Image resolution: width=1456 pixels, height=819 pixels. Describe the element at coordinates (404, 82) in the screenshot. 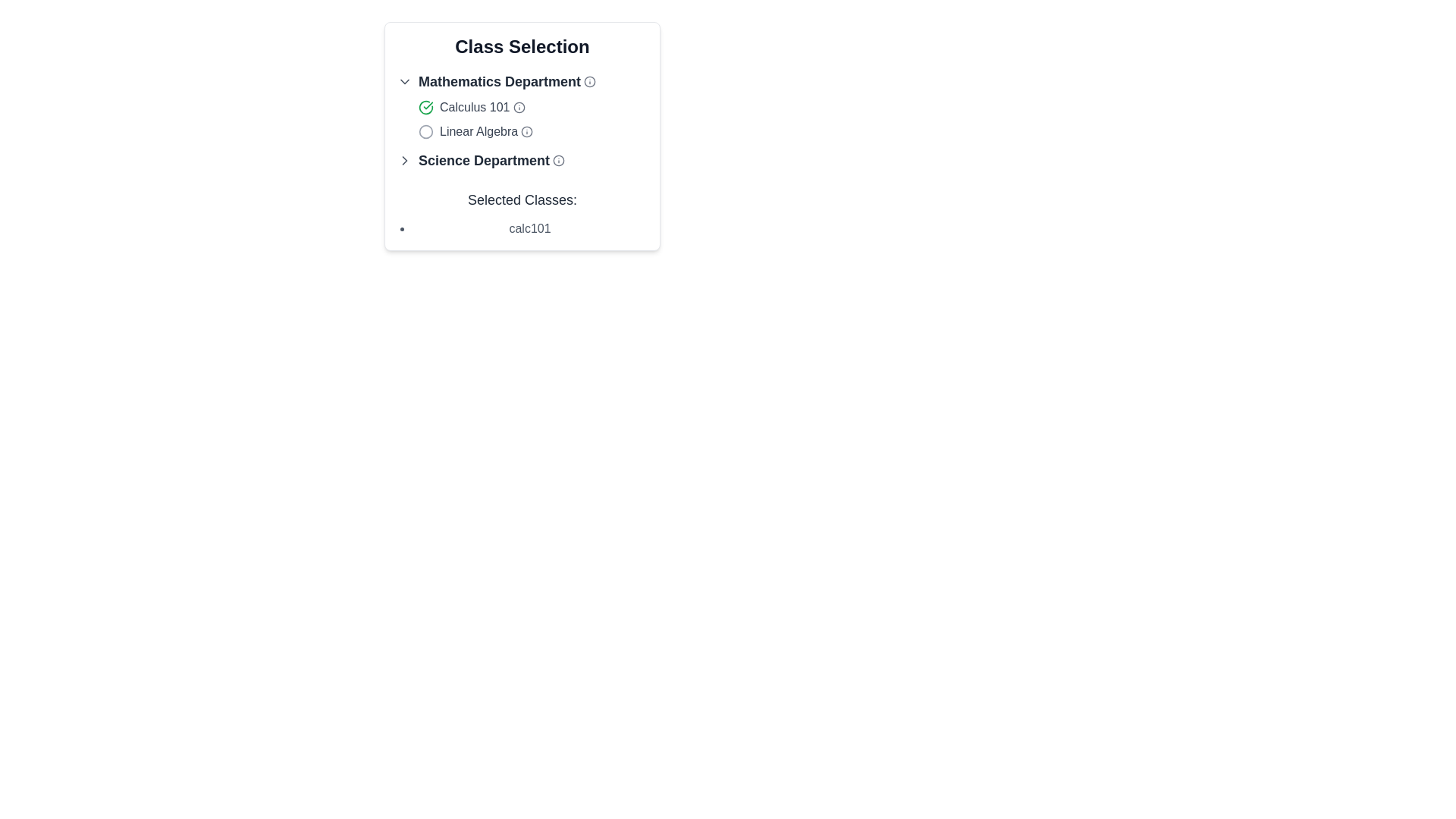

I see `the icon located on the left side of the header labeled 'Mathematics Department'` at that location.